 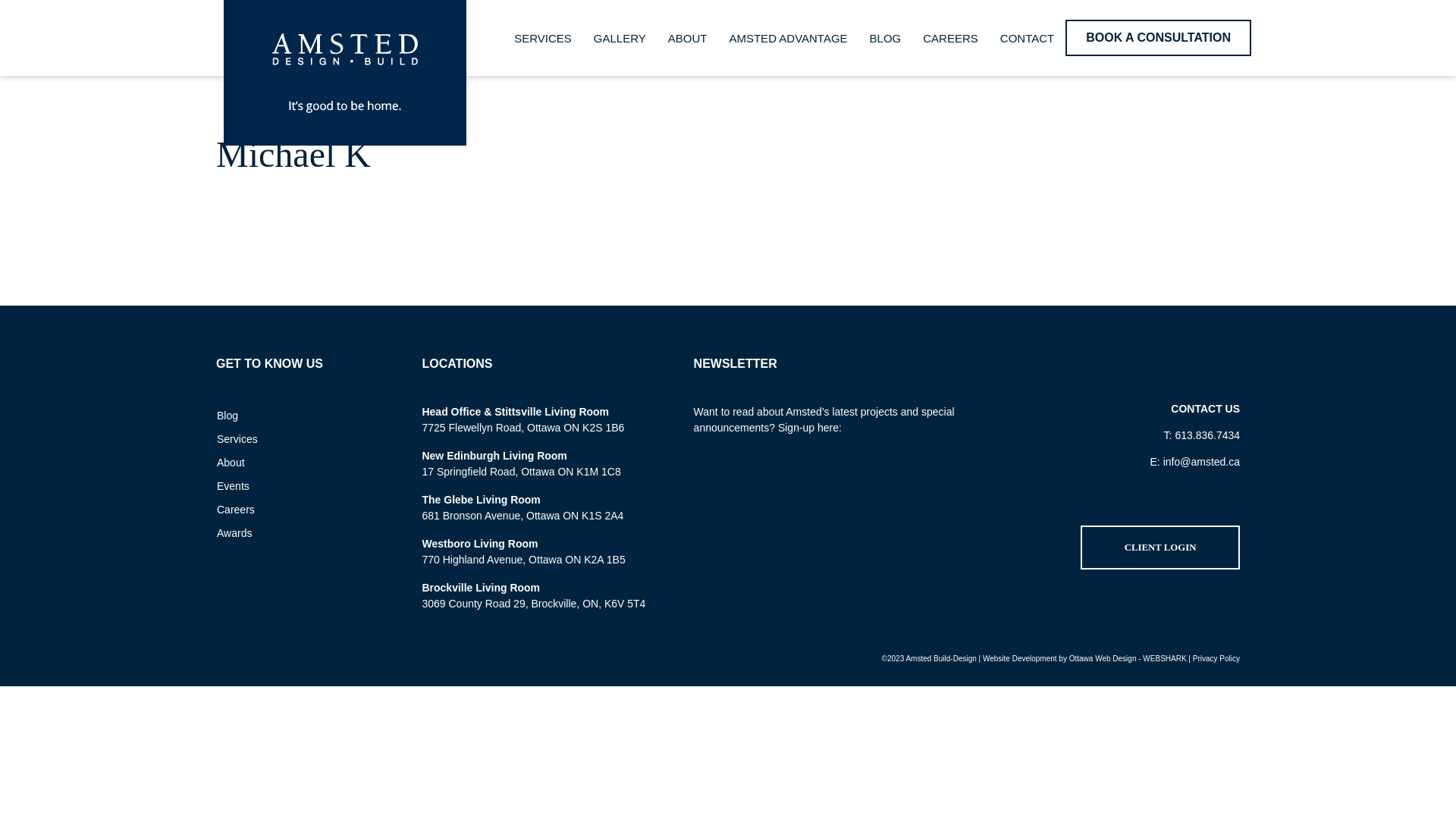 I want to click on 'About', so click(x=294, y=461).